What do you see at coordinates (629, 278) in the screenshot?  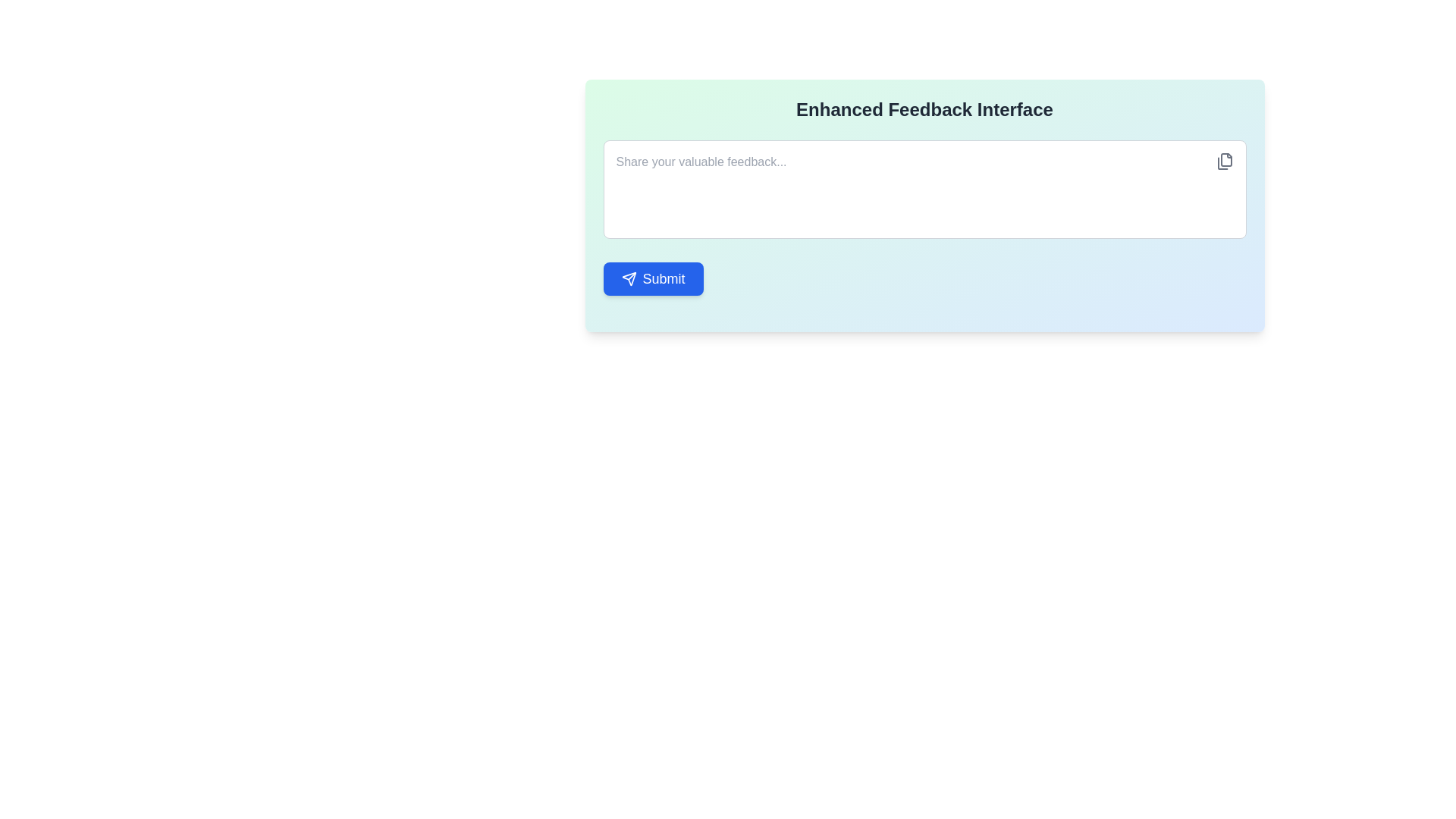 I see `the send icon, which is a minimalistic vector graphic located near the center of the blue button in the bottom-left of the card` at bounding box center [629, 278].